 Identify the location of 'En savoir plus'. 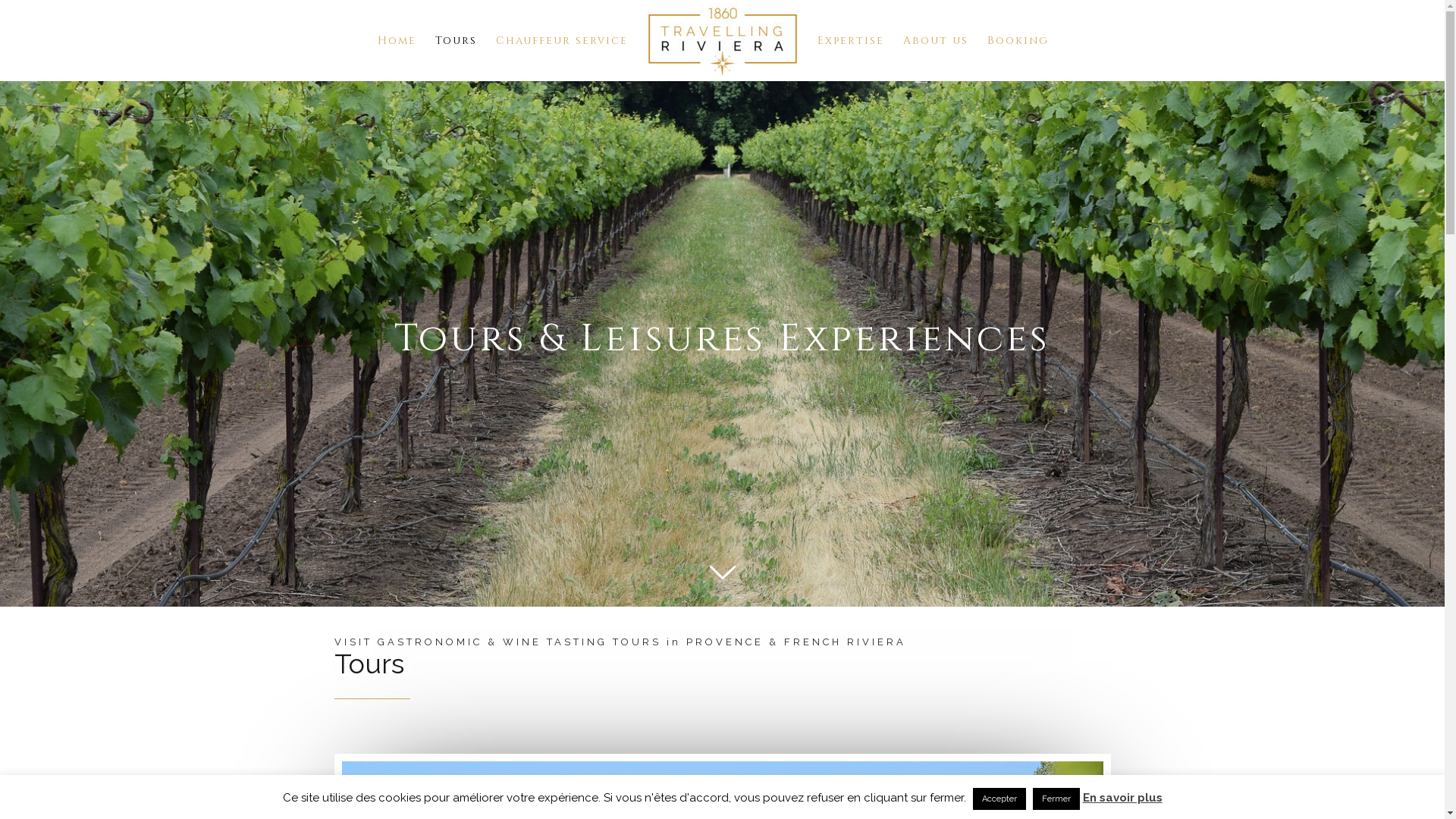
(1082, 797).